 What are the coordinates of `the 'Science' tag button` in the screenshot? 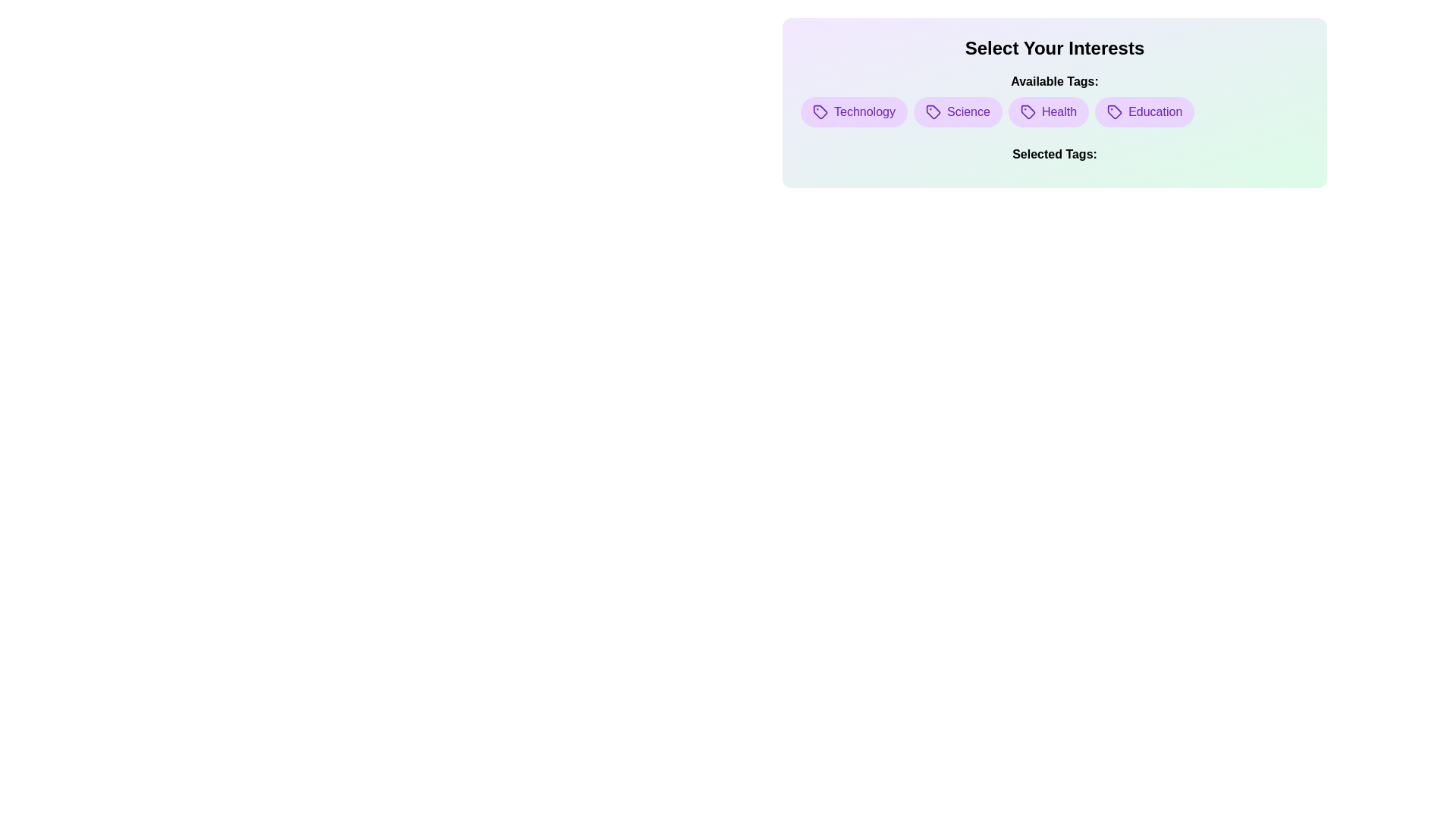 It's located at (957, 111).